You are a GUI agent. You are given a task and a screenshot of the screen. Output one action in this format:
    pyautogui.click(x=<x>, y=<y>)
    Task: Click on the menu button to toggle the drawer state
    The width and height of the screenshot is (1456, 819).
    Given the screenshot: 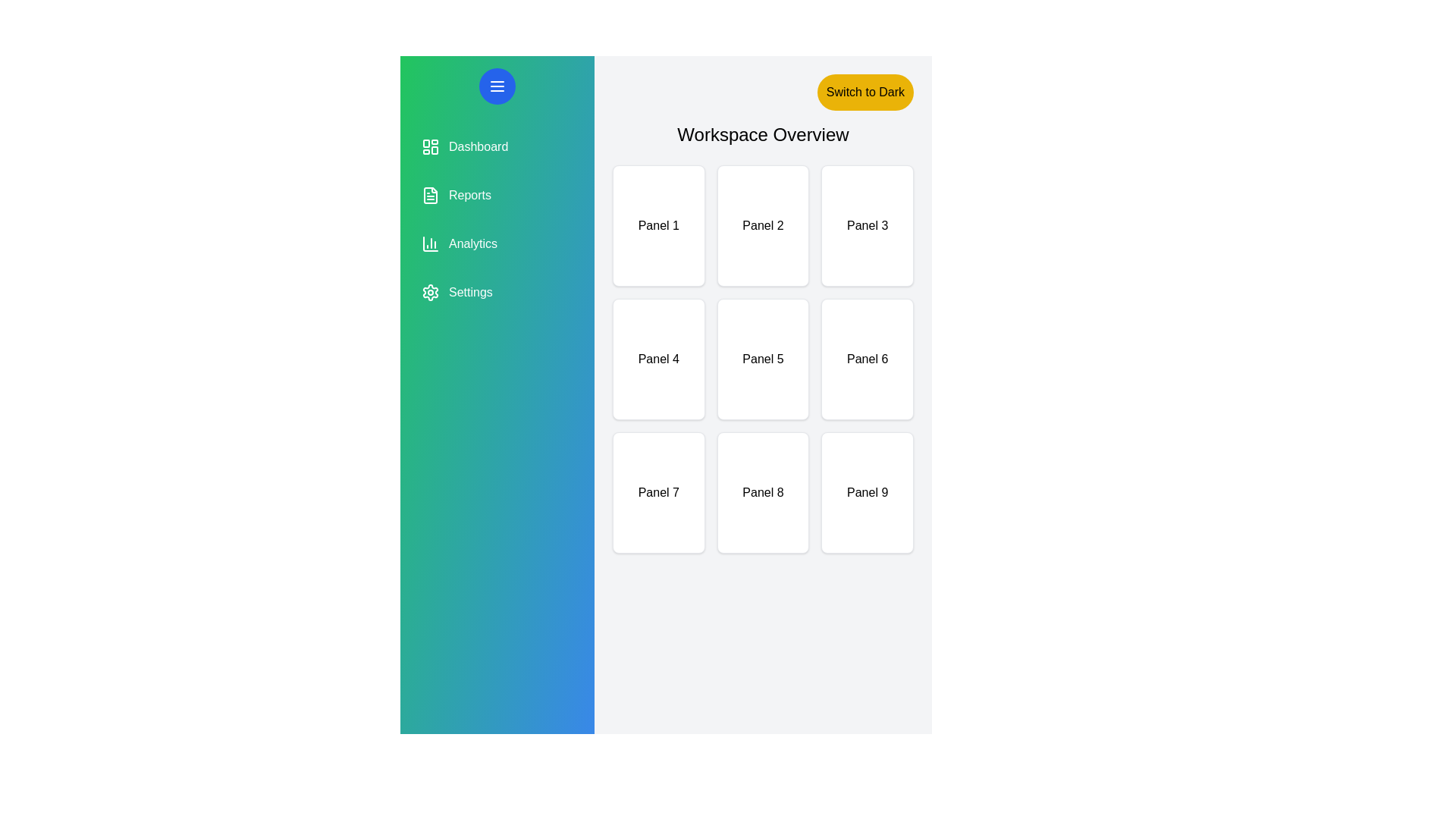 What is the action you would take?
    pyautogui.click(x=497, y=86)
    